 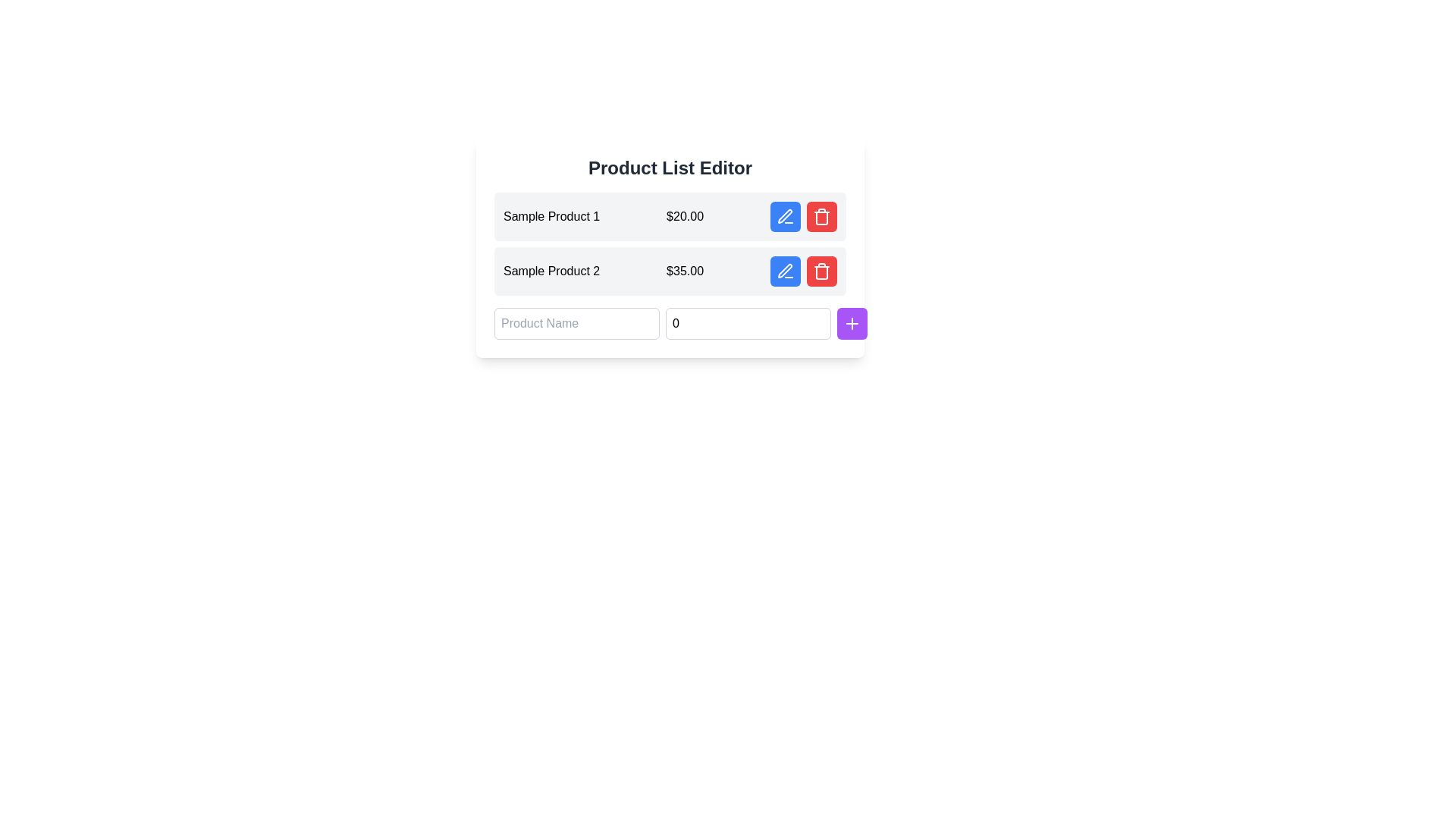 I want to click on the main body of the trash bin icon, so click(x=821, y=218).